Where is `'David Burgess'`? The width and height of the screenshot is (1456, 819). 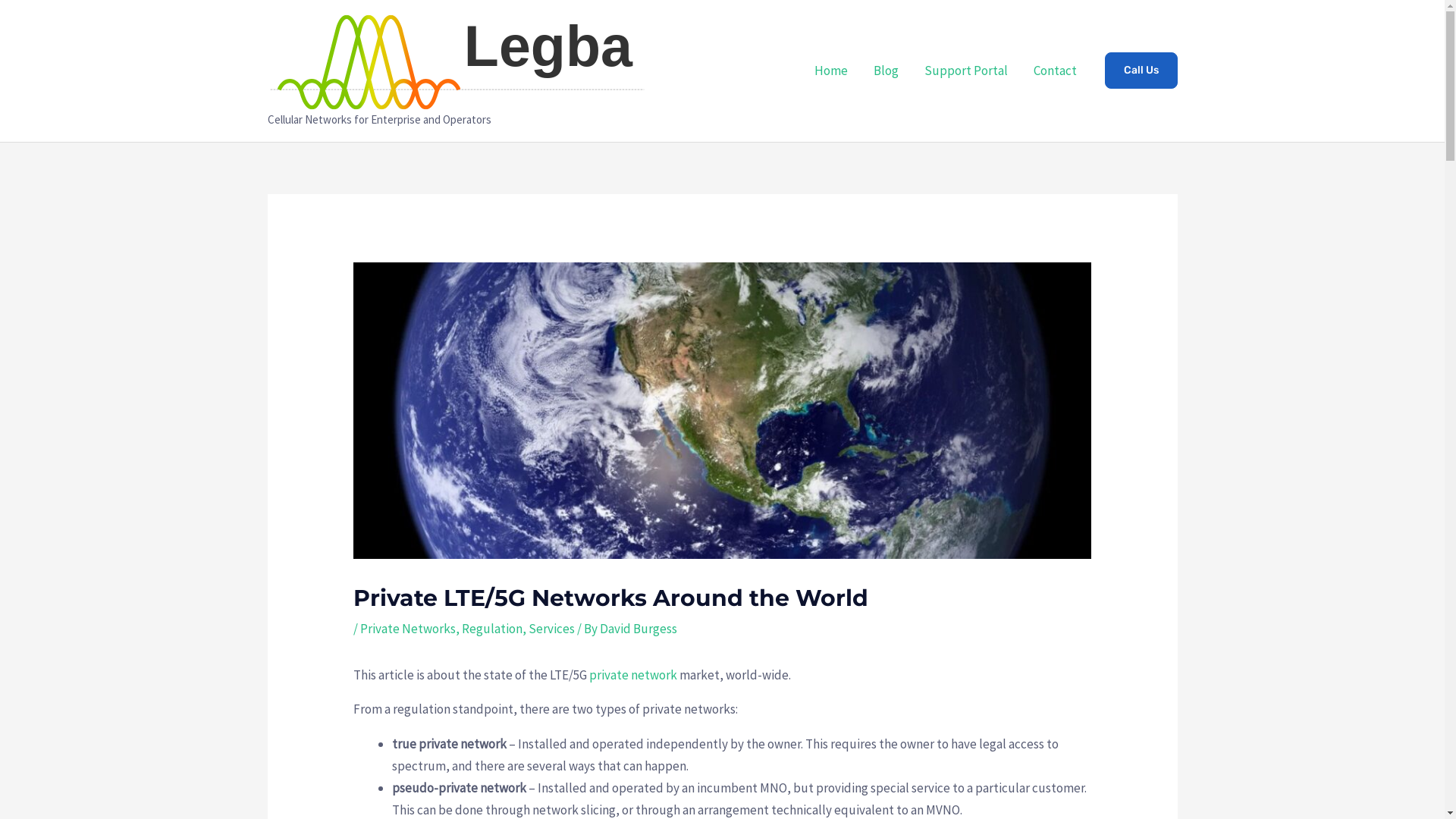 'David Burgess' is located at coordinates (638, 629).